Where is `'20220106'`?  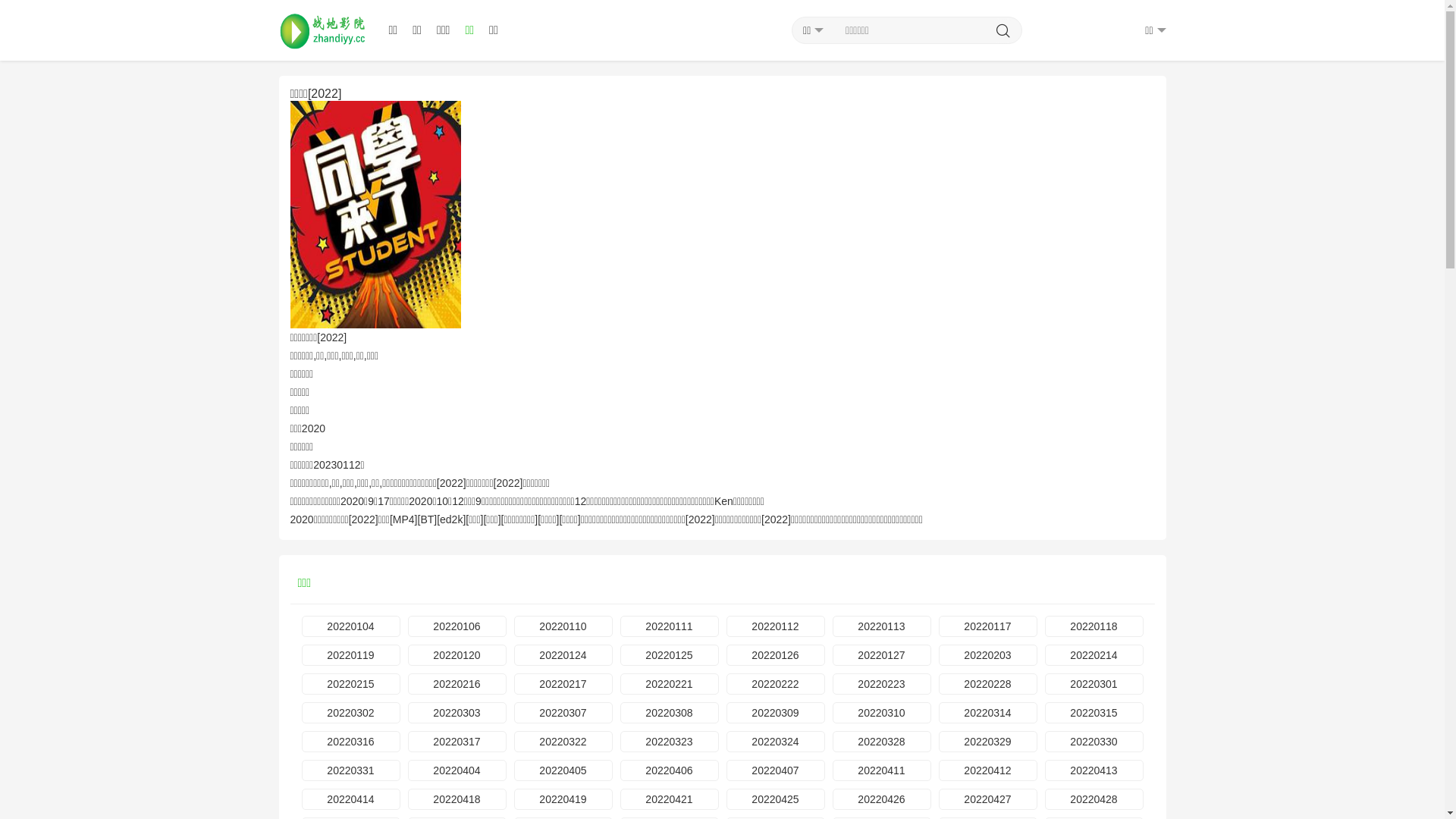
'20220106' is located at coordinates (407, 626).